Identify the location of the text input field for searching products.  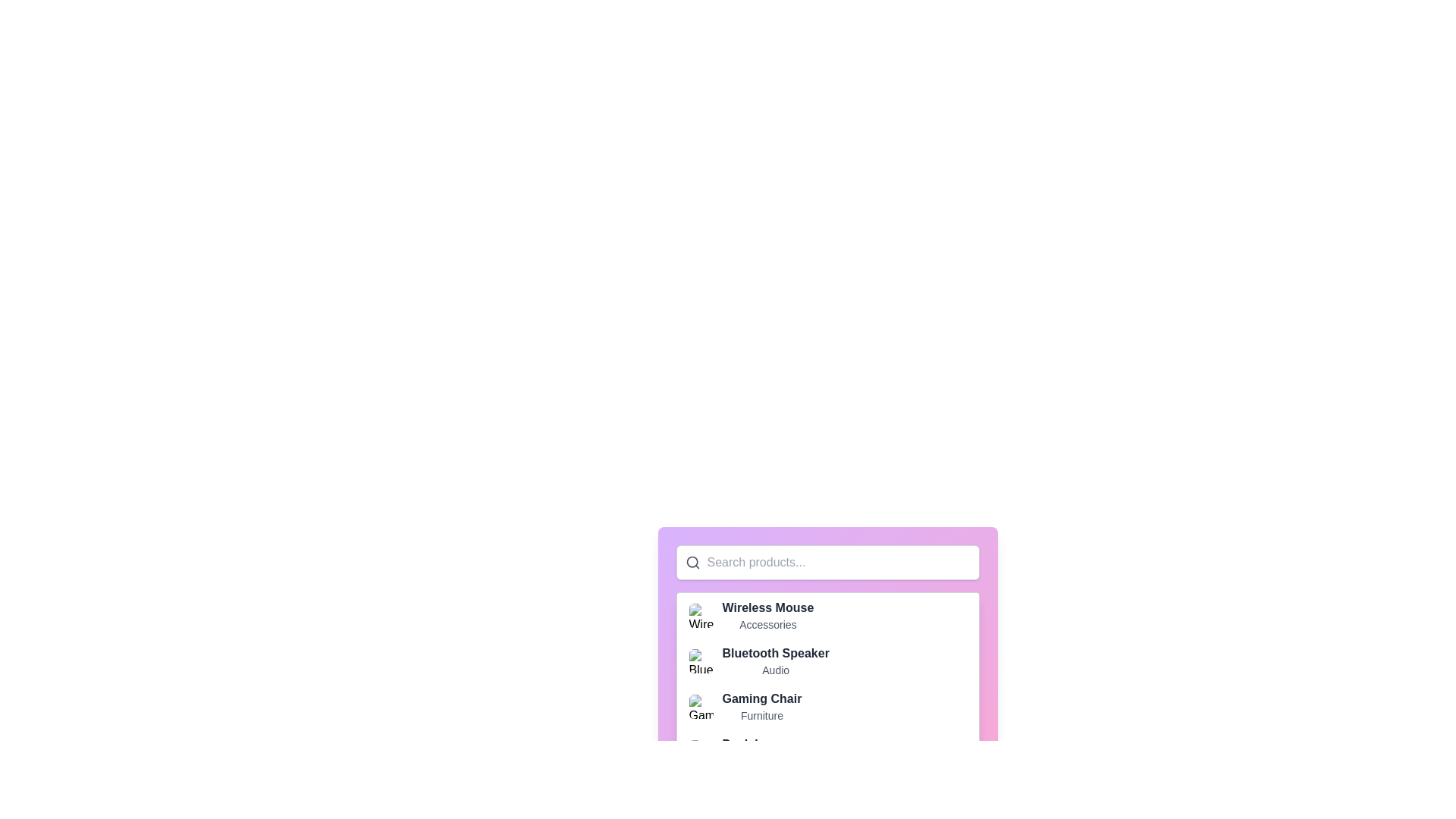
(827, 562).